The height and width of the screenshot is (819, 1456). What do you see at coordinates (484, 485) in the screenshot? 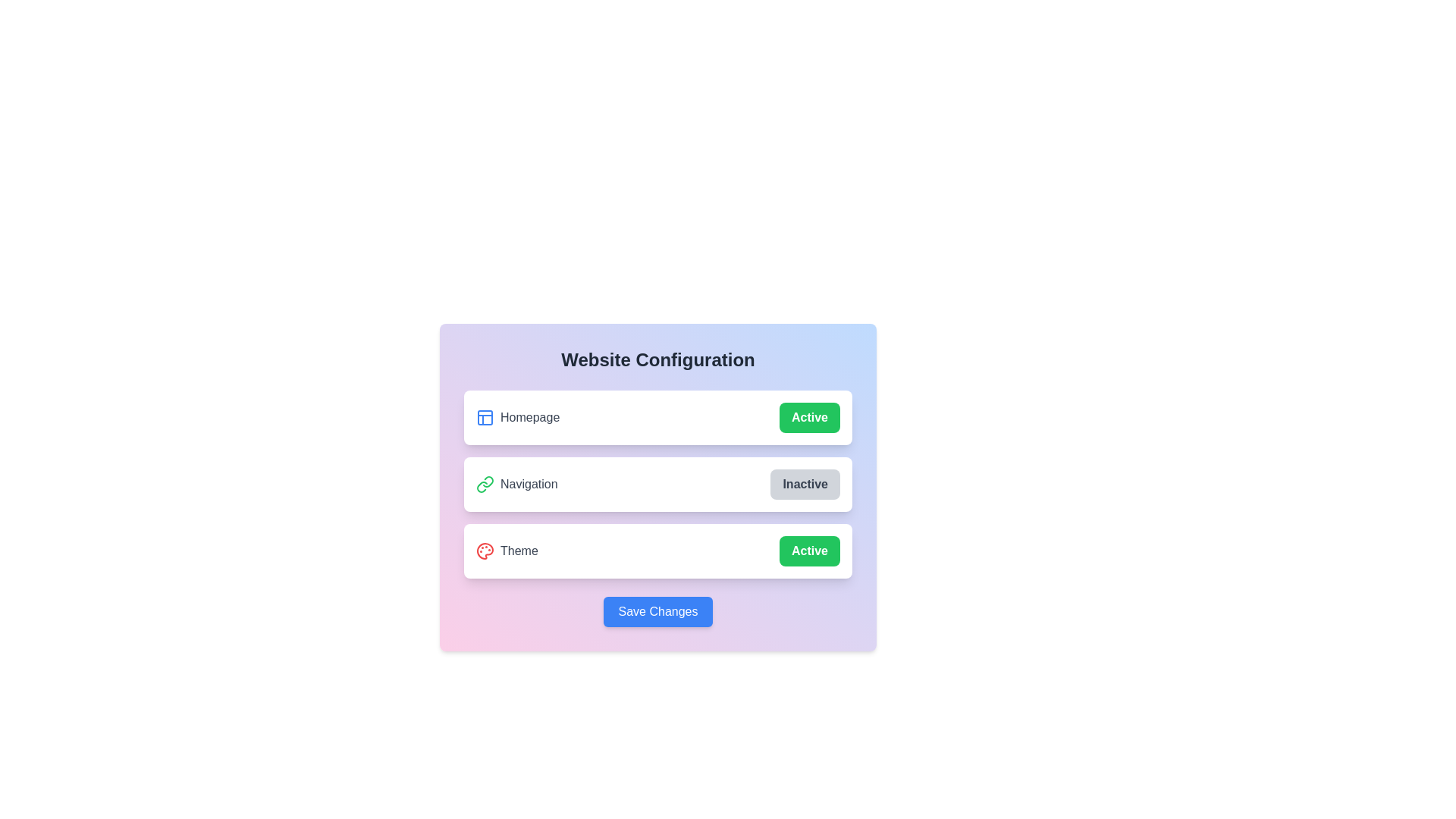
I see `the icon representing Navigation to focus or select it` at bounding box center [484, 485].